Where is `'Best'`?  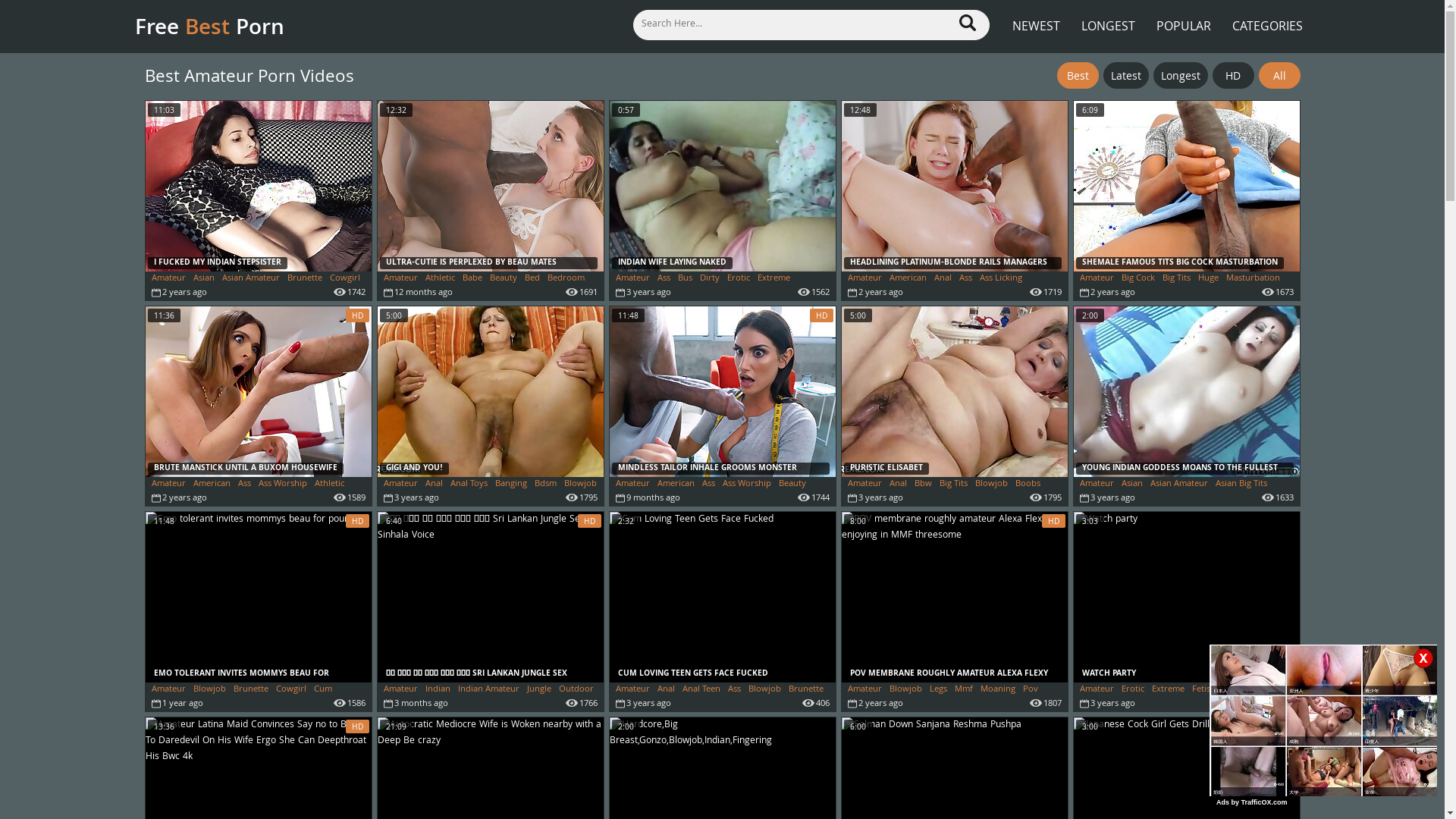 'Best' is located at coordinates (1056, 75).